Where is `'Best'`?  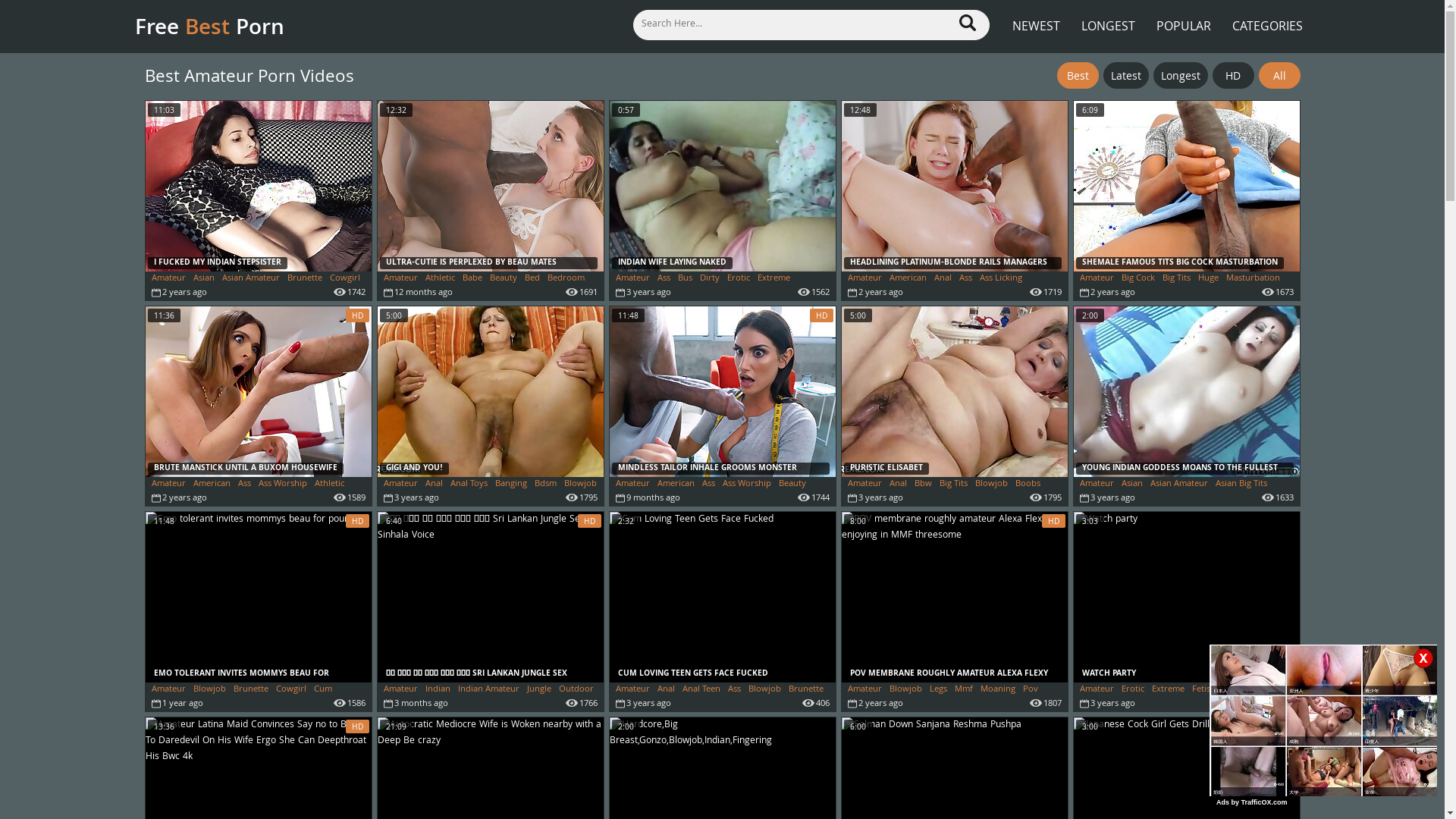 'Best' is located at coordinates (1056, 75).